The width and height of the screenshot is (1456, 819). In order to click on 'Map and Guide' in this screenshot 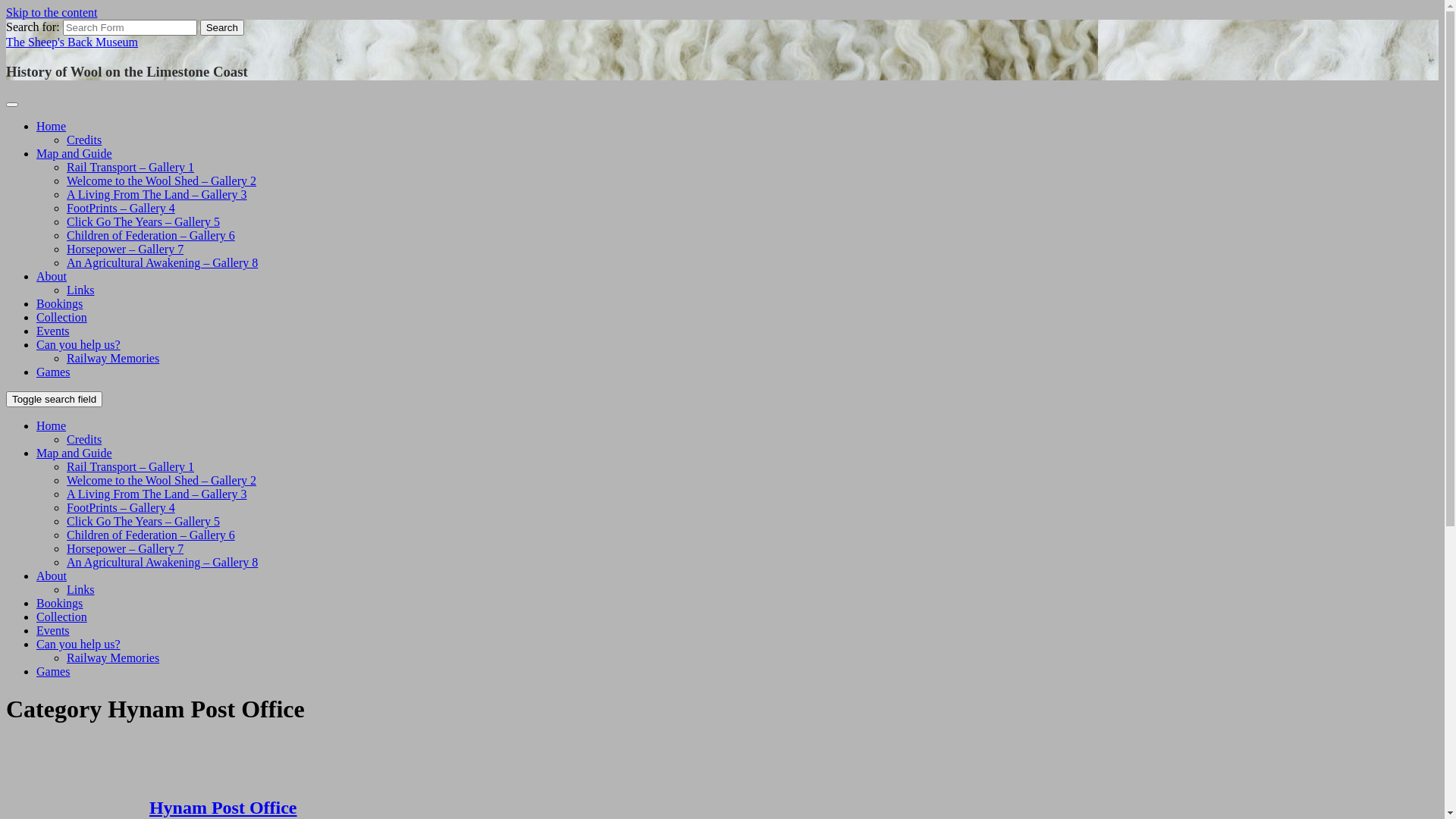, I will do `click(73, 452)`.